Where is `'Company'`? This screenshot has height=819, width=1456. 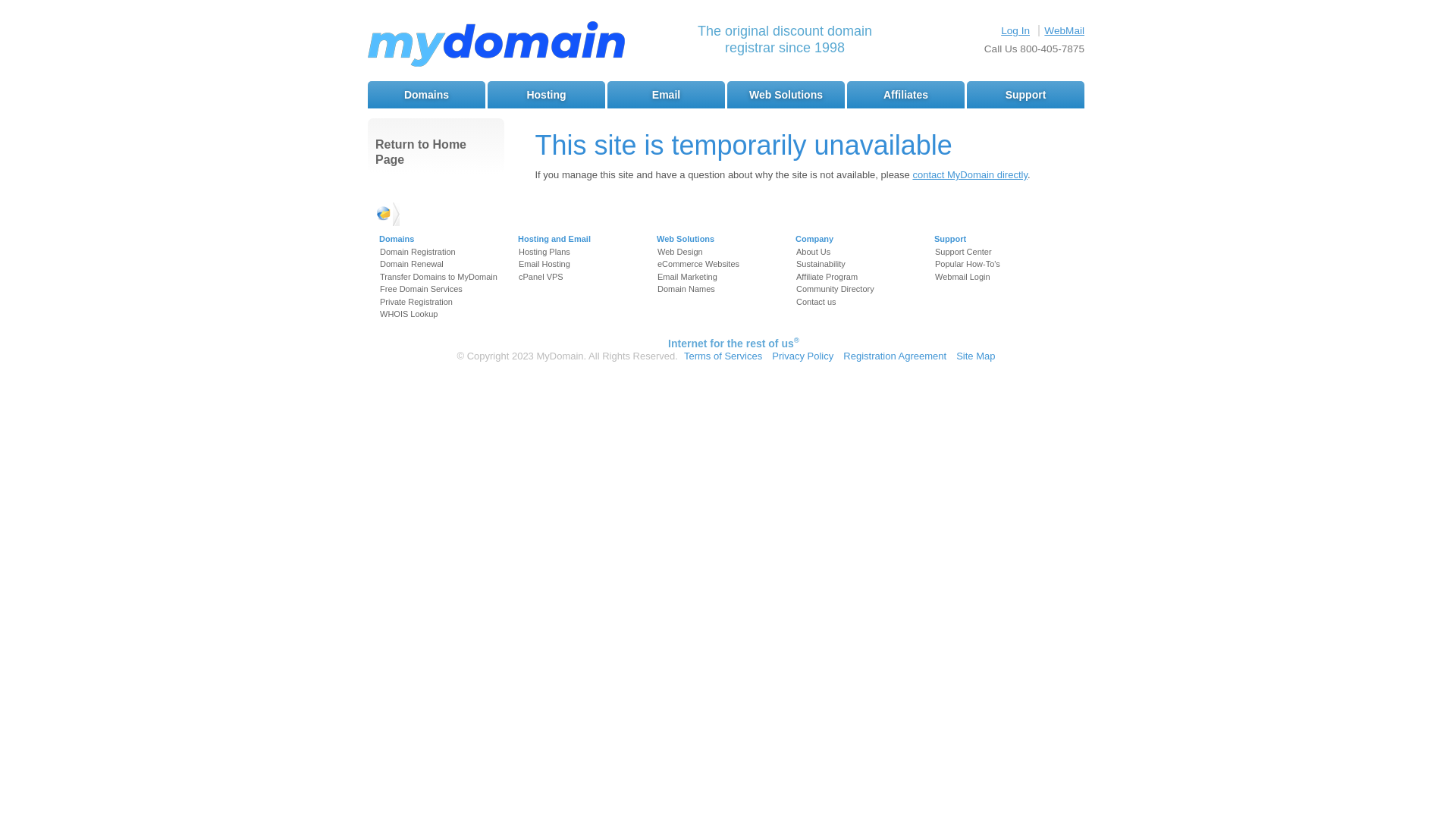
'Company' is located at coordinates (814, 239).